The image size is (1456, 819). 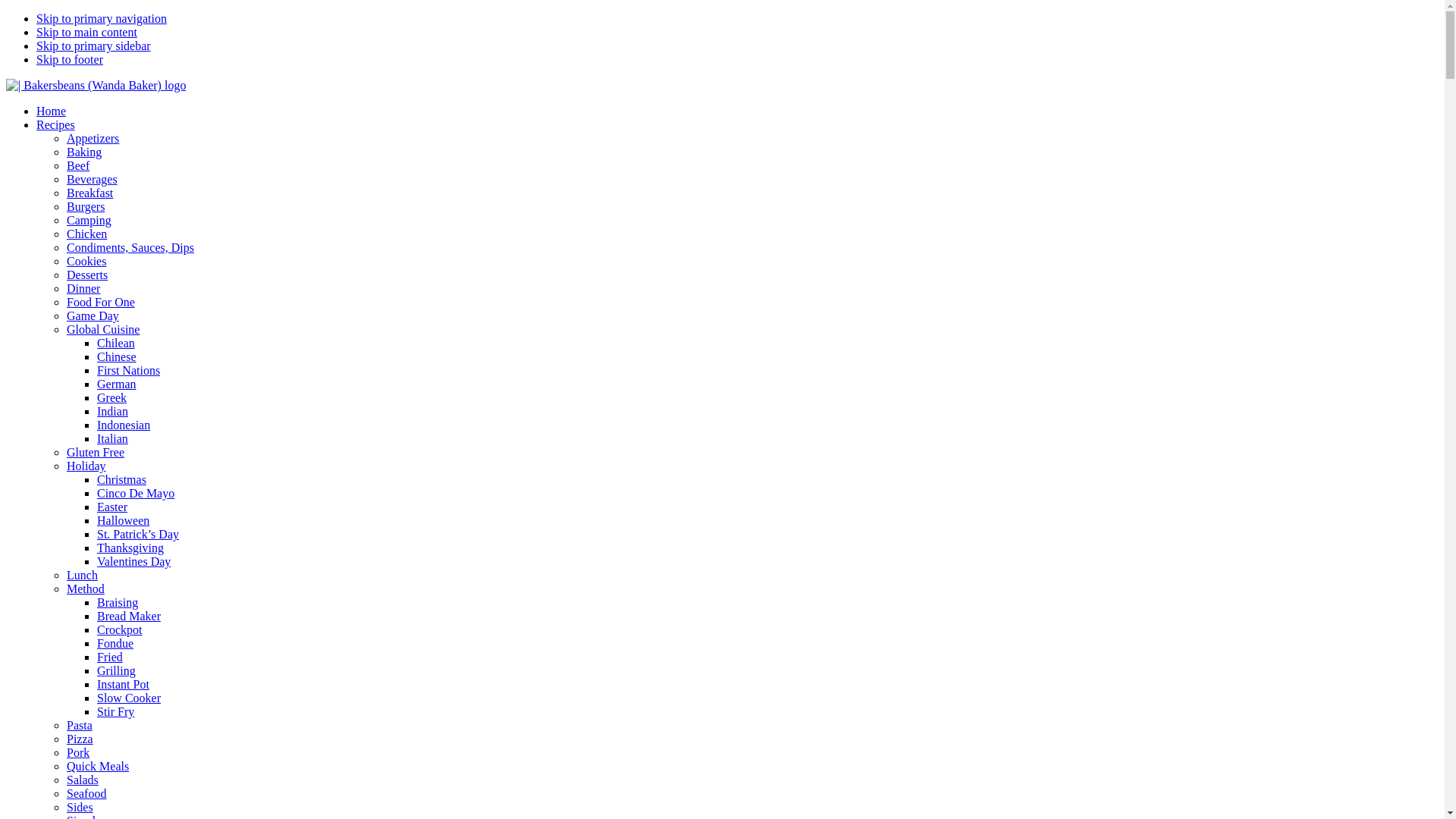 What do you see at coordinates (133, 561) in the screenshot?
I see `'Valentines Day'` at bounding box center [133, 561].